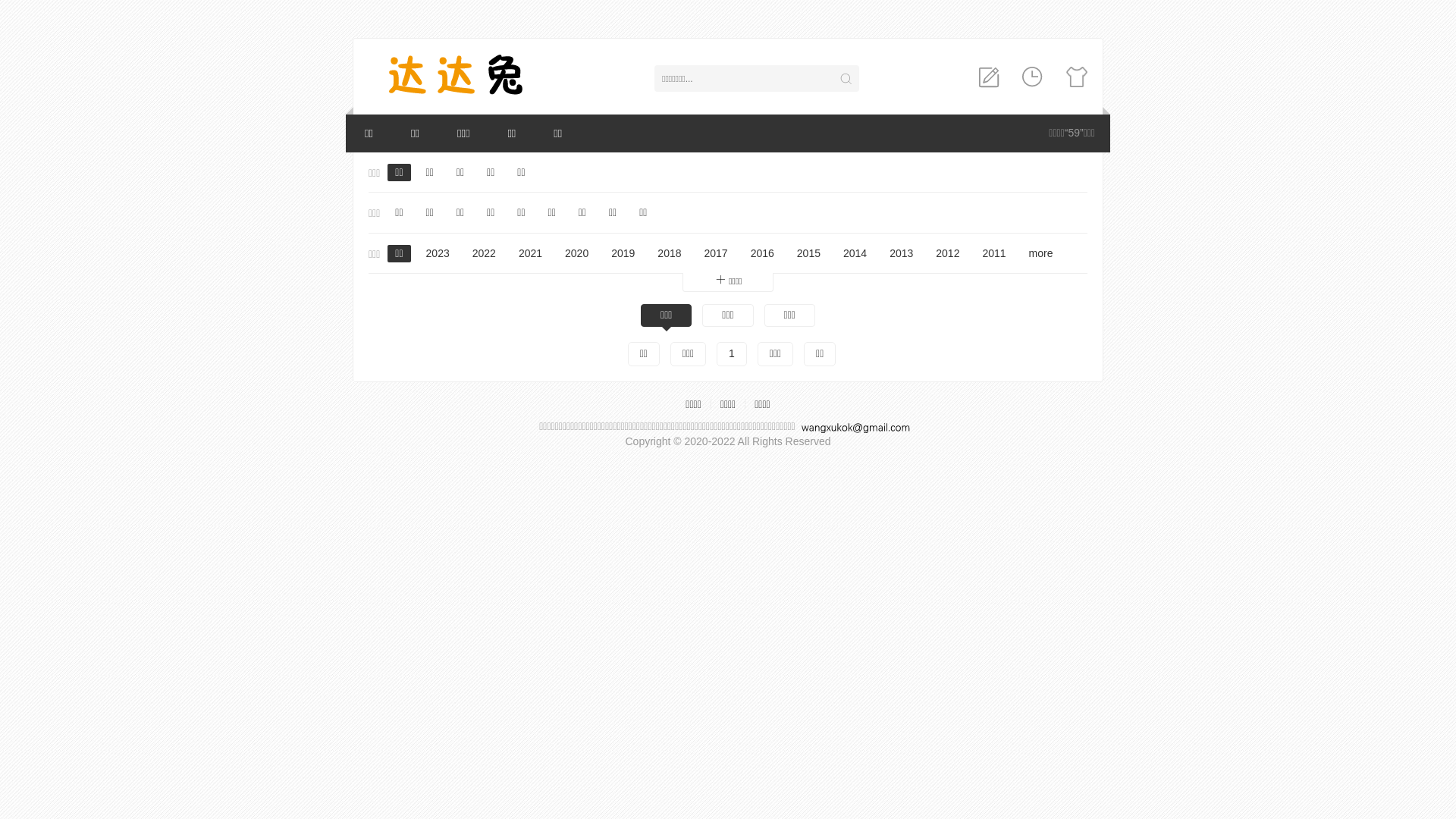 The width and height of the screenshot is (1456, 819). Describe the element at coordinates (715, 253) in the screenshot. I see `'2017'` at that location.